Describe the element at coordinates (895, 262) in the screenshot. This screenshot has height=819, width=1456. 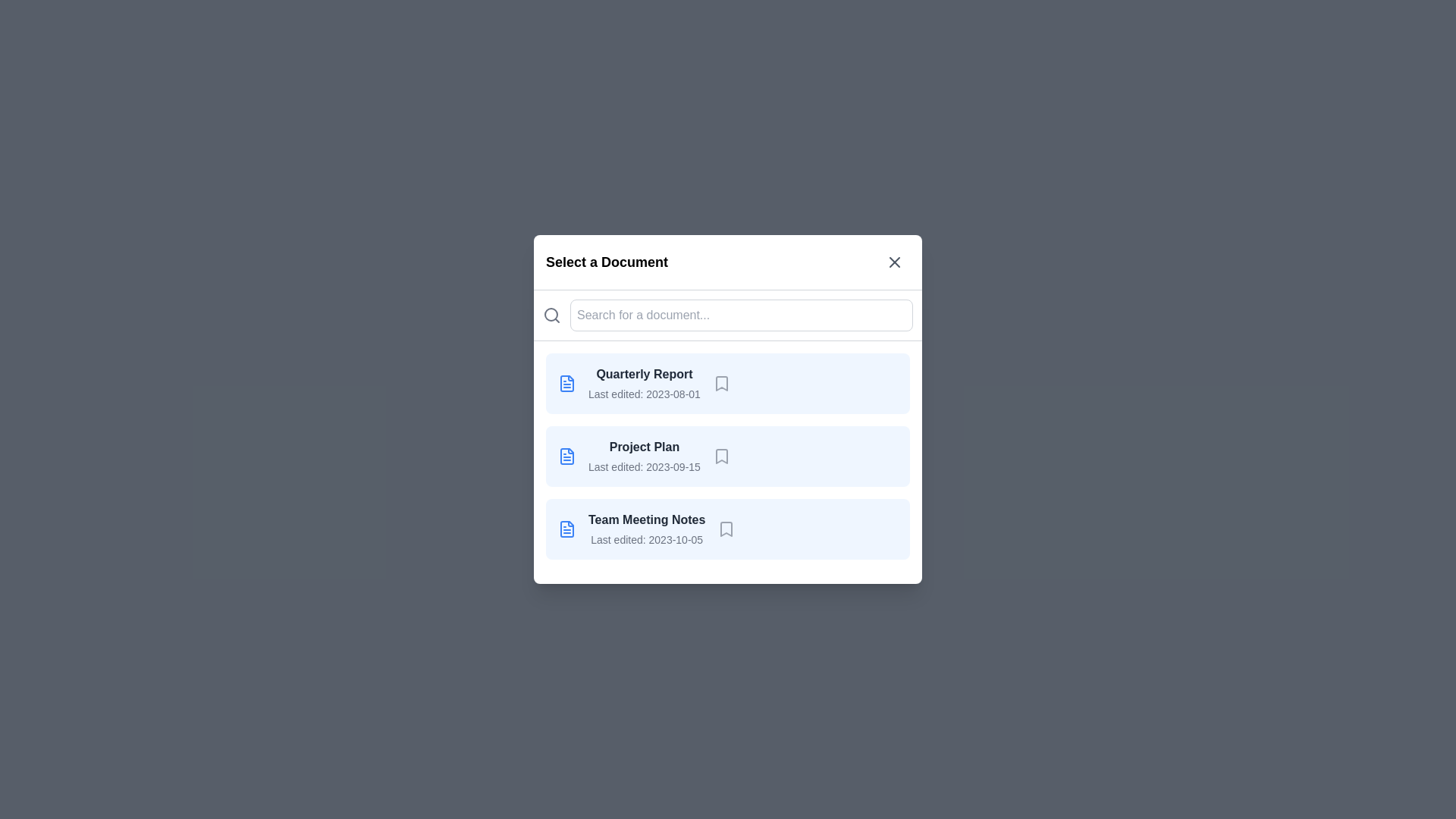
I see `the close button to close the dialog` at that location.